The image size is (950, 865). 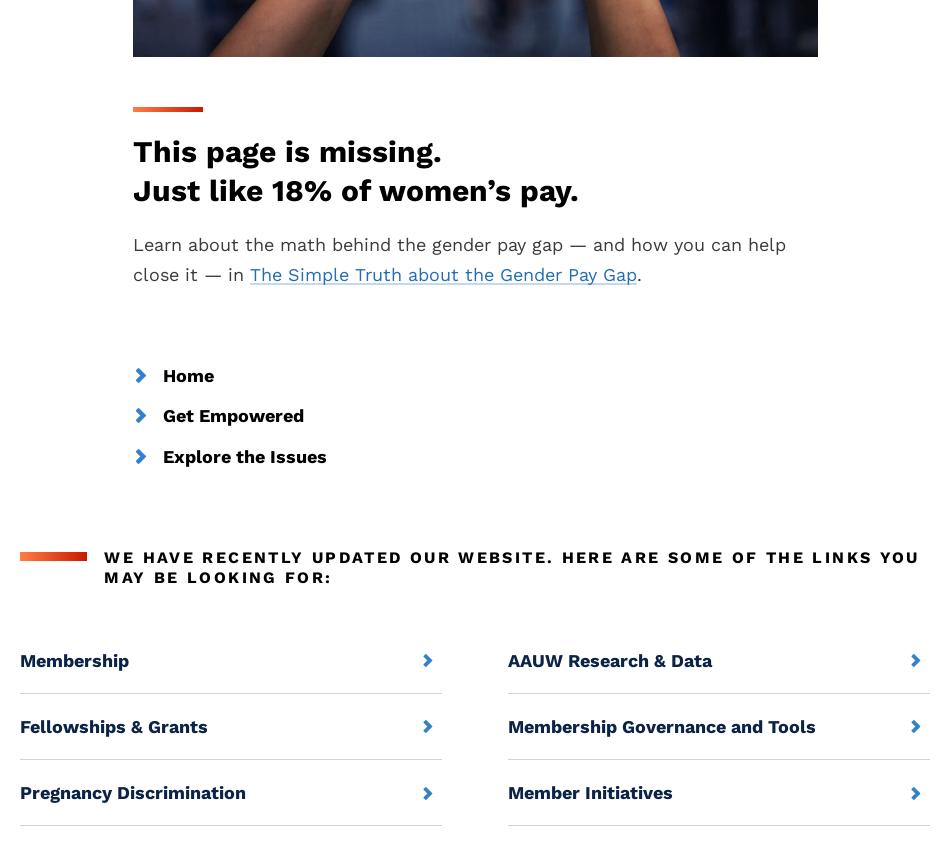 What do you see at coordinates (20, 791) in the screenshot?
I see `'Pregnancy Discrimination'` at bounding box center [20, 791].